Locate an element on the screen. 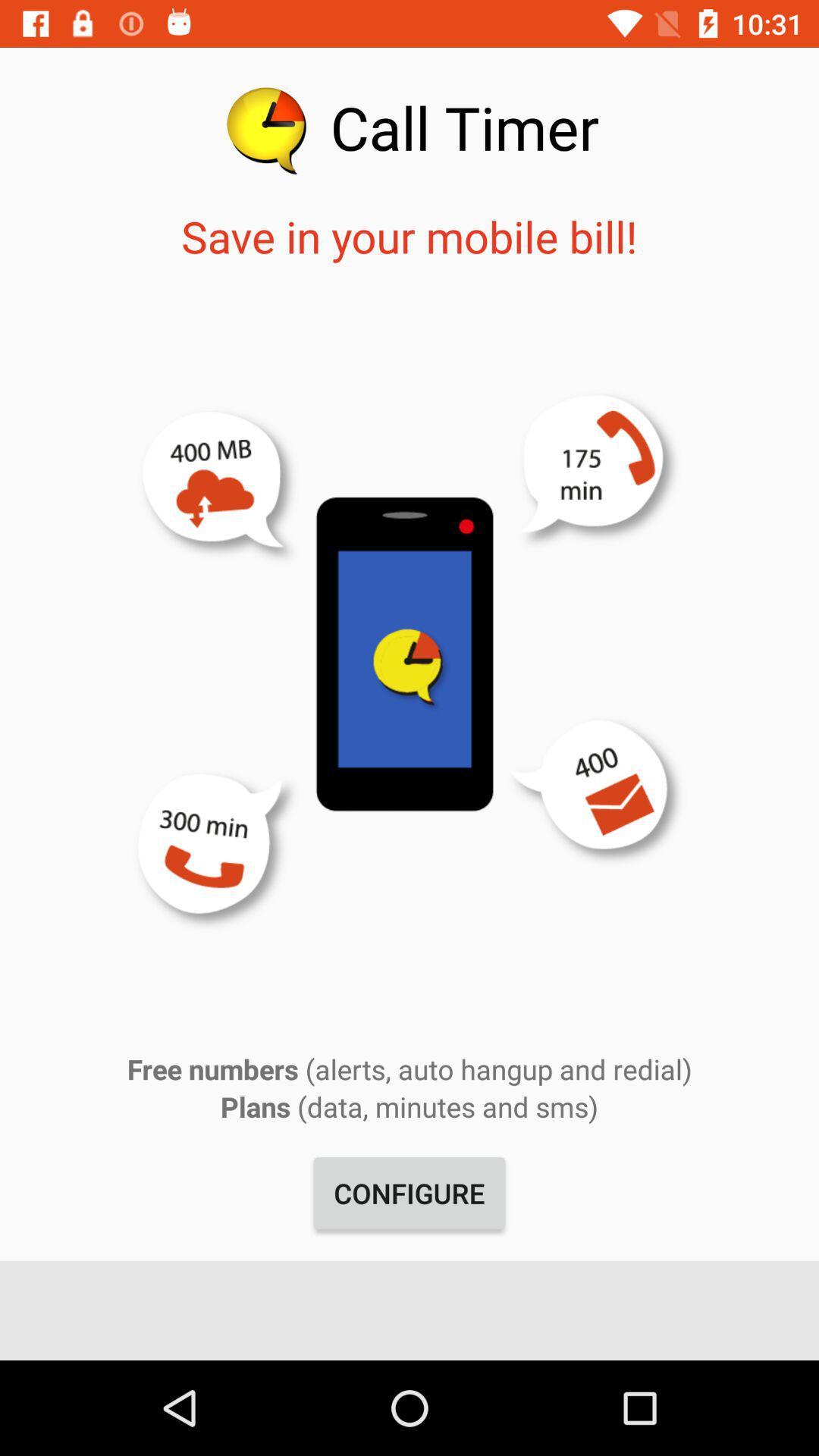 The width and height of the screenshot is (819, 1456). item below the plans data minutes app is located at coordinates (409, 1192).